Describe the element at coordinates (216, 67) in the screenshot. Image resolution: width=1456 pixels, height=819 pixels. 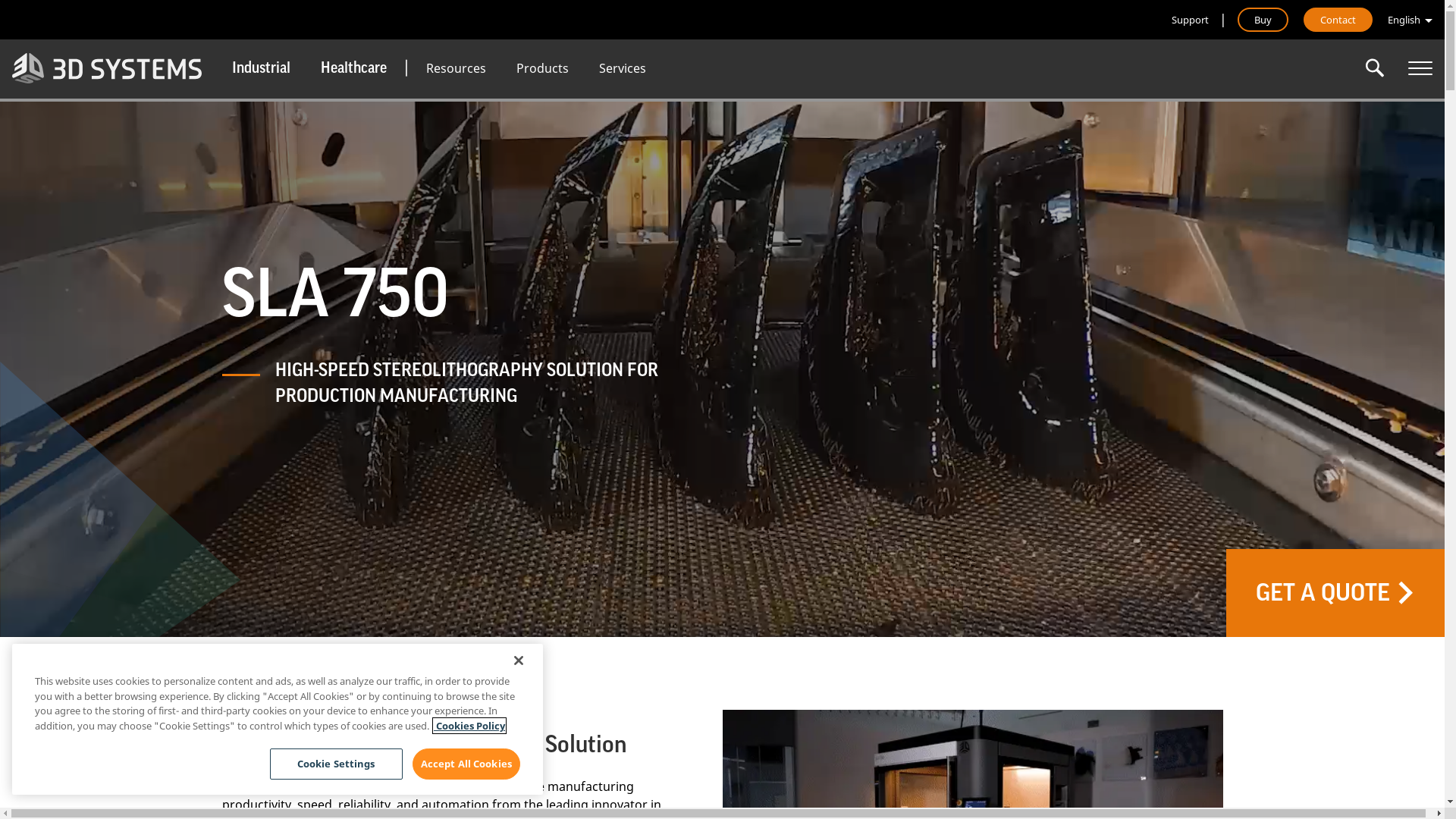
I see `'Industrial'` at that location.